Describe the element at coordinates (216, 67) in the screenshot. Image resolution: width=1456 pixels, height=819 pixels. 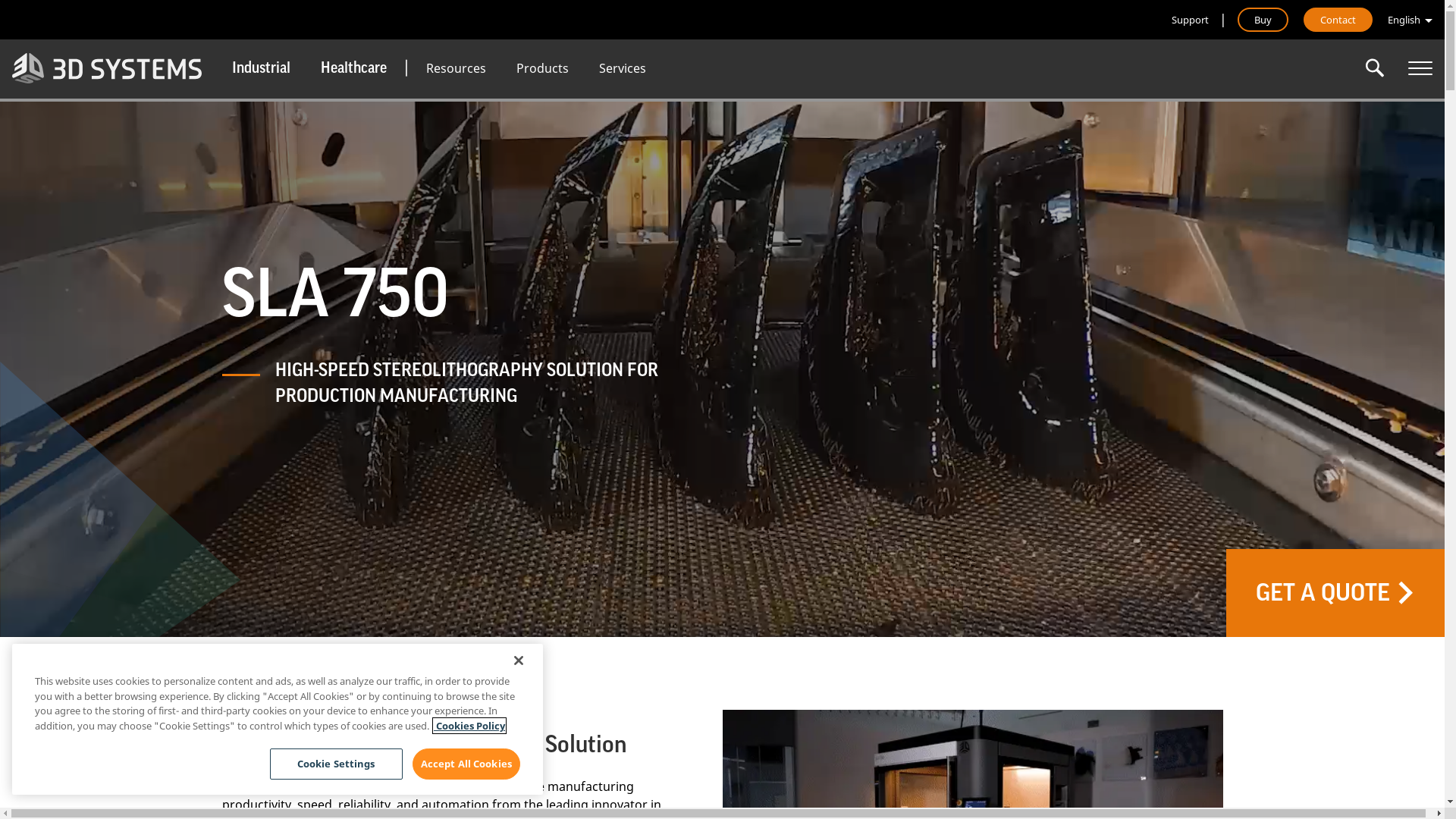
I see `'Industrial'` at that location.